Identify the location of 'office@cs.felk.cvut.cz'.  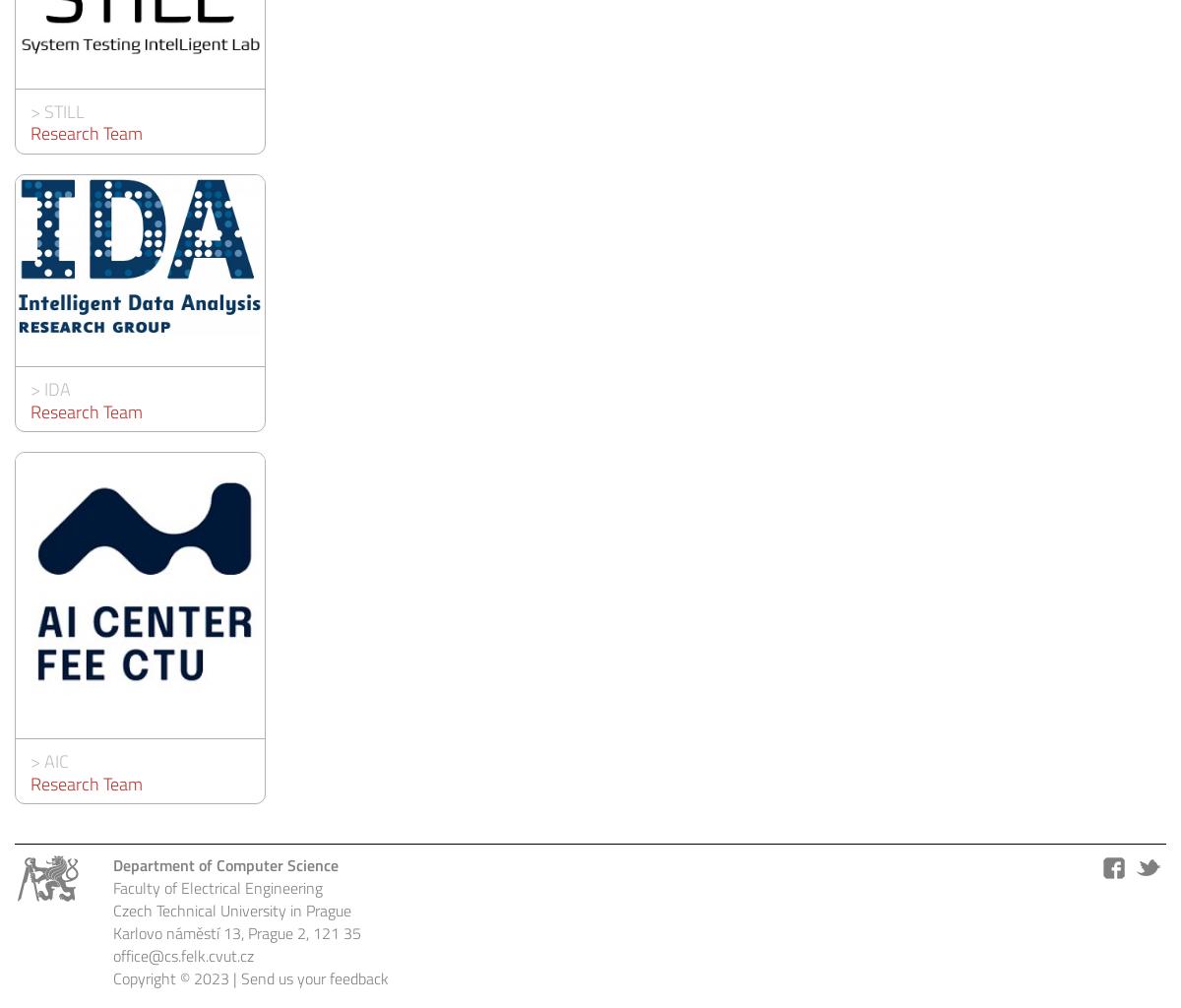
(182, 955).